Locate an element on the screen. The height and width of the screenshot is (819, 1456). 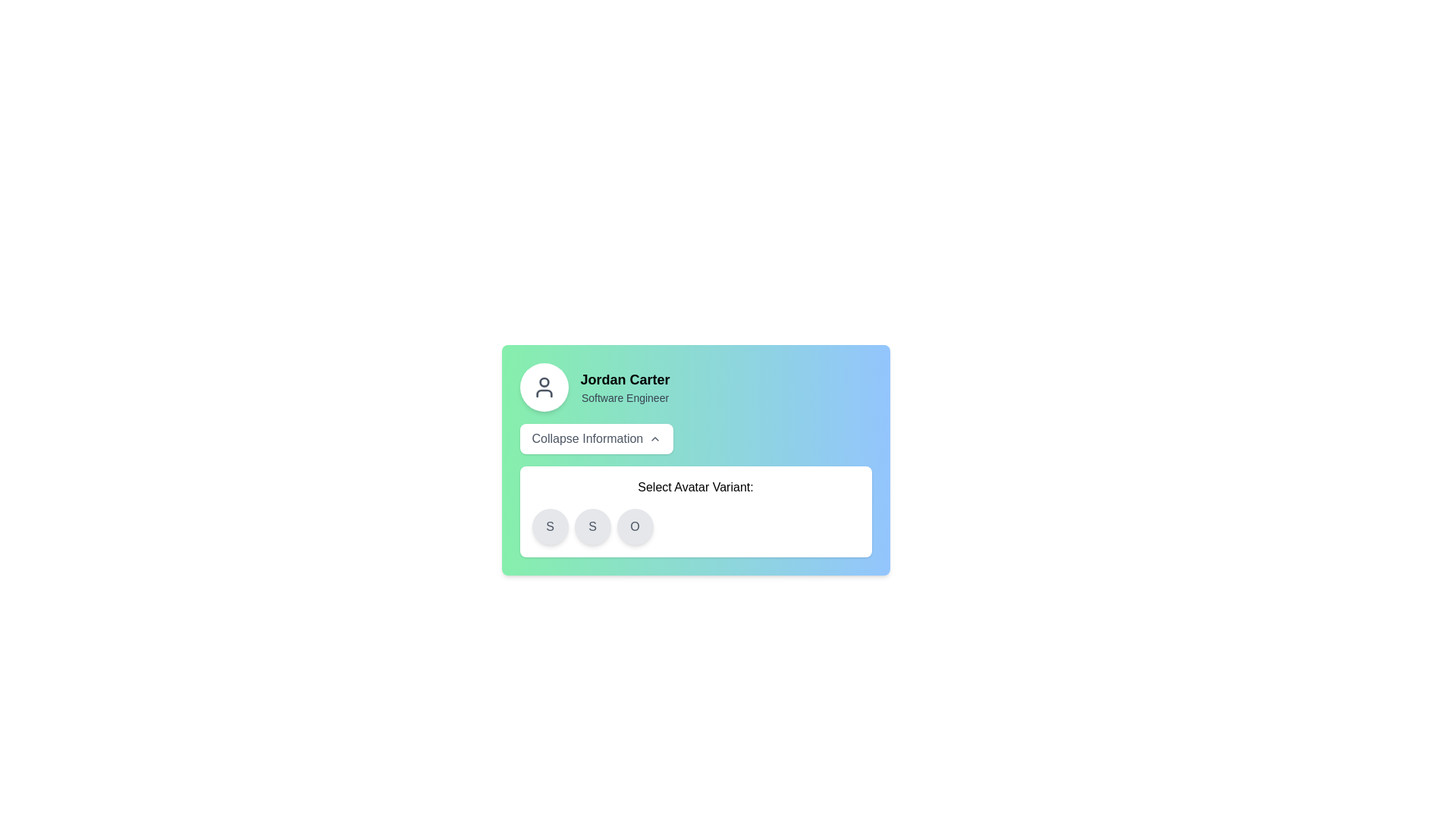
the circular white button featuring a user silhouette icon, located at the upper-left corner of the card with 'Jordan Carter' and 'Software Engineer' is located at coordinates (544, 386).